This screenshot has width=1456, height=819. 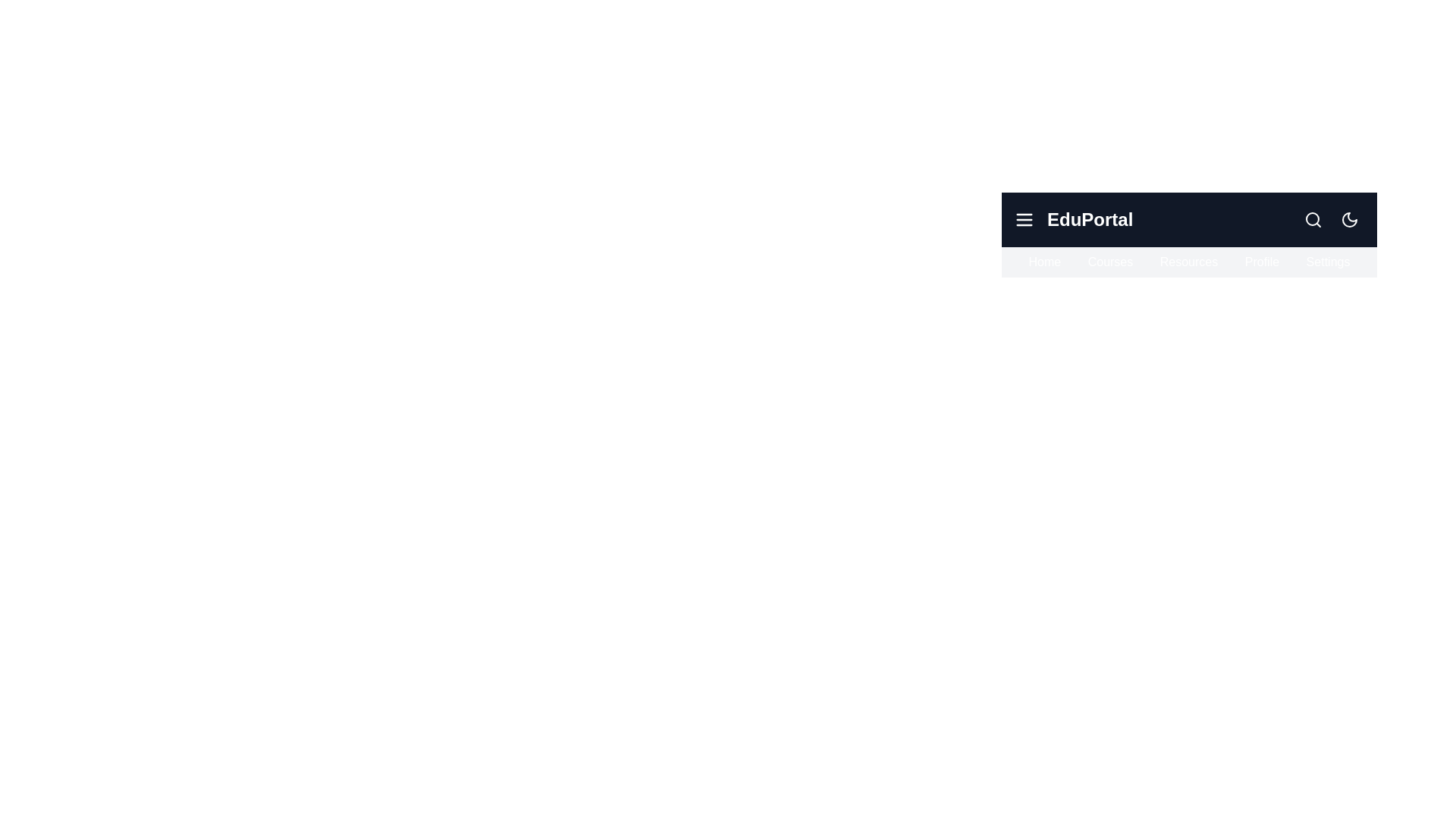 I want to click on the navigation item Resources to highlight it, so click(x=1188, y=262).